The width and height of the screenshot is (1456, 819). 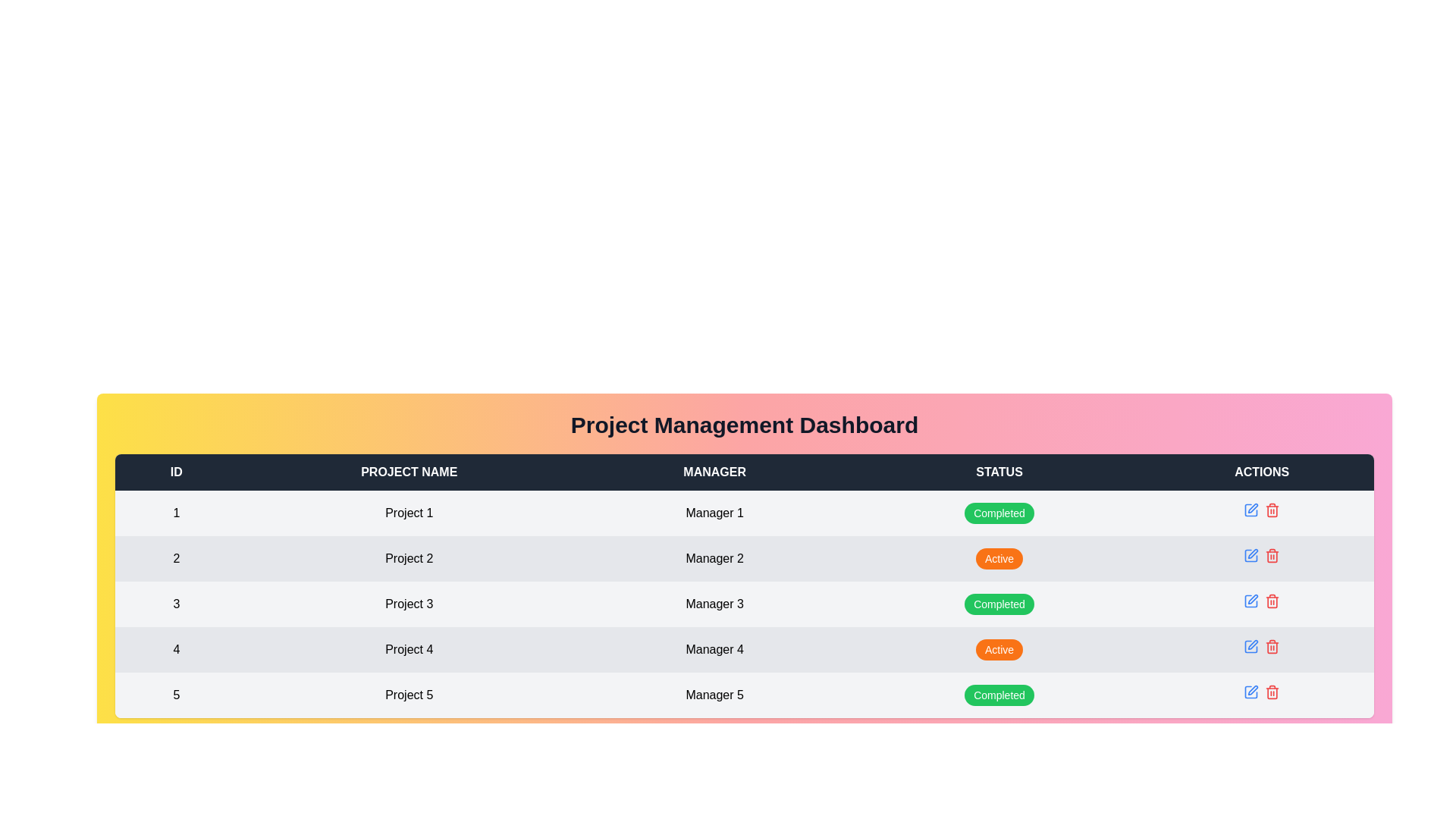 What do you see at coordinates (1251, 601) in the screenshot?
I see `the edit button located in the 'ACTIONS' column, specifically in the fourth row of the table` at bounding box center [1251, 601].